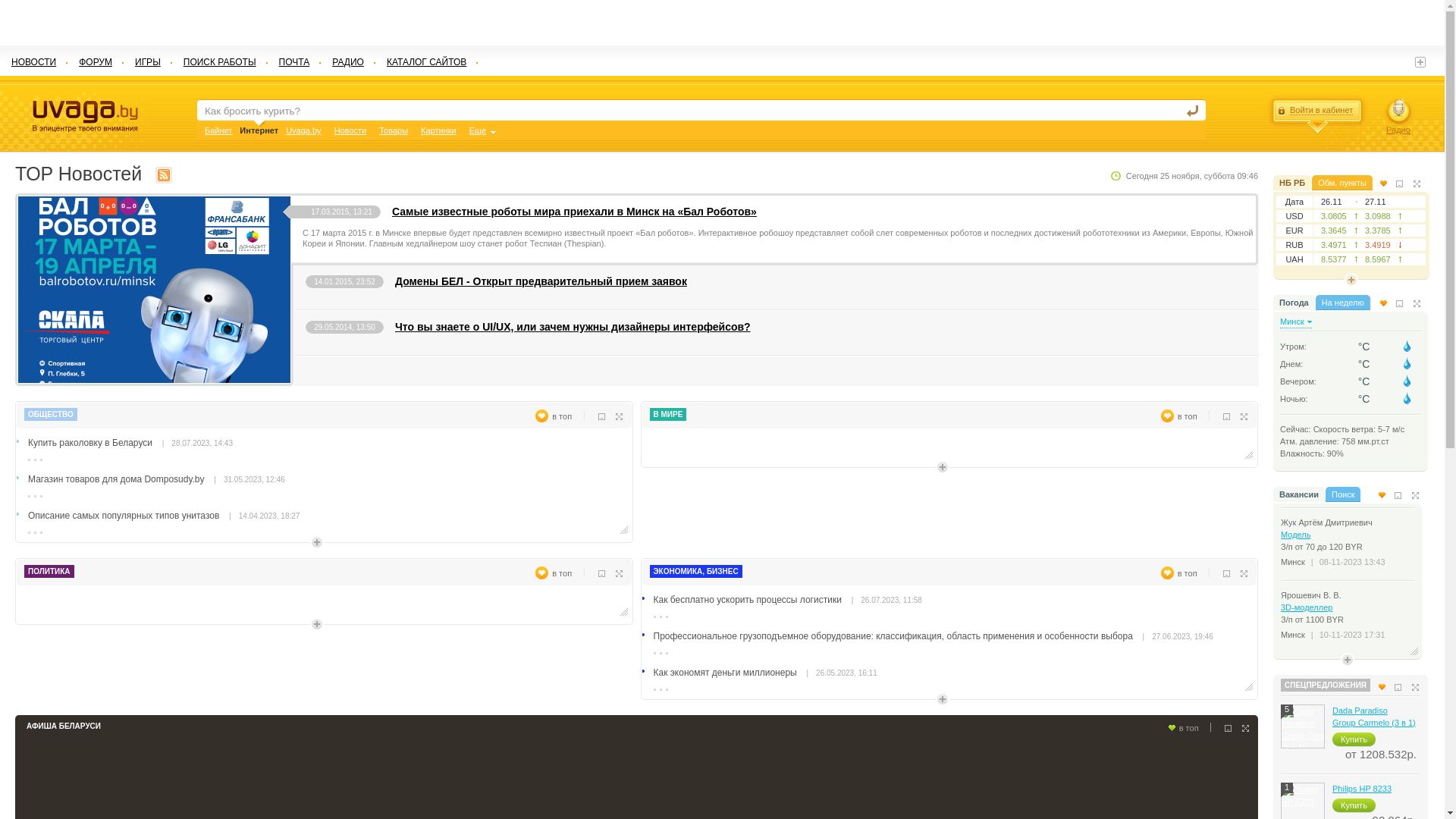 The width and height of the screenshot is (1456, 819). I want to click on 'Philips HP 8233', so click(1331, 788).